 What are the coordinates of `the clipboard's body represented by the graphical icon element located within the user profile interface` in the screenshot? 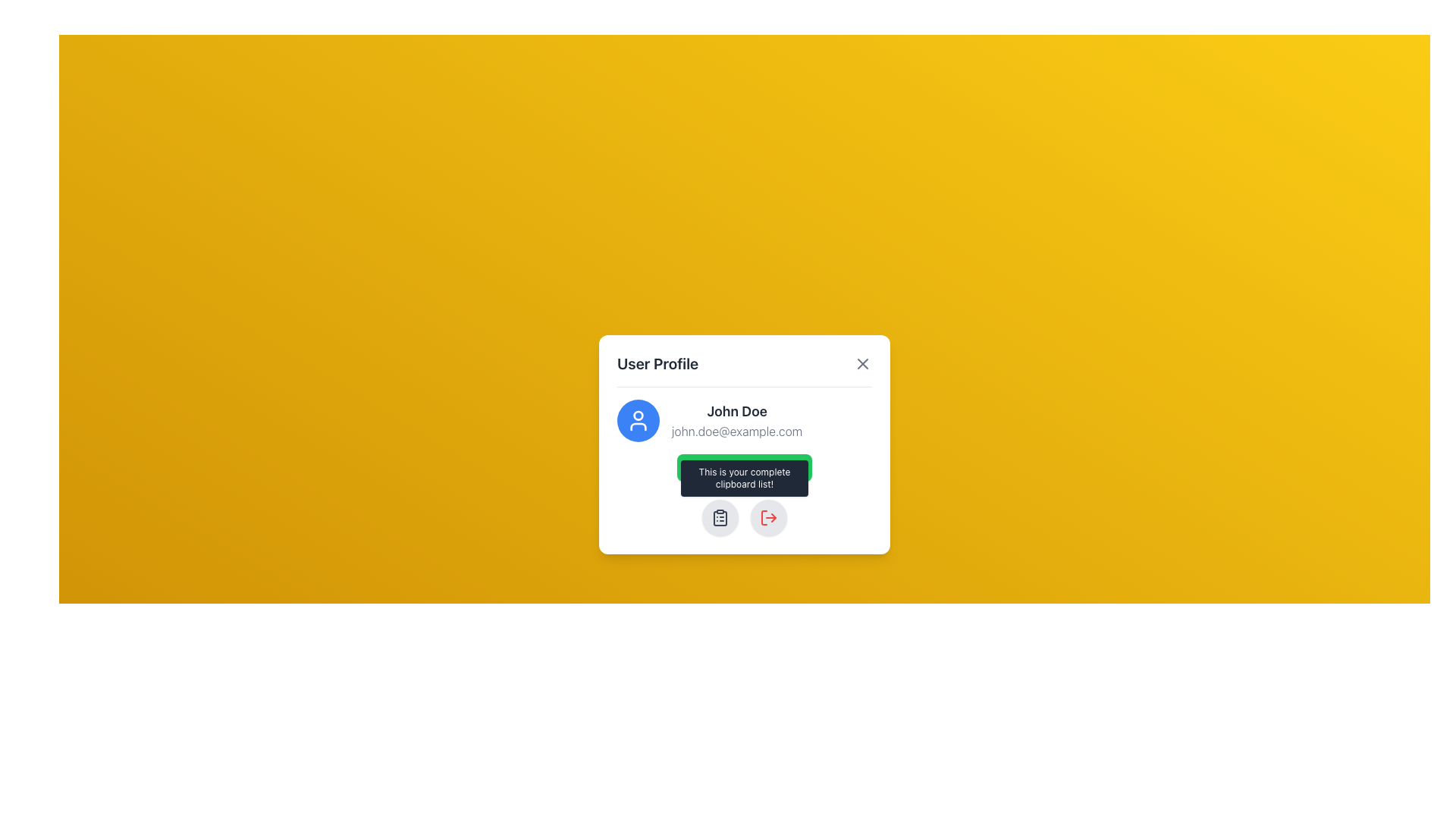 It's located at (720, 517).